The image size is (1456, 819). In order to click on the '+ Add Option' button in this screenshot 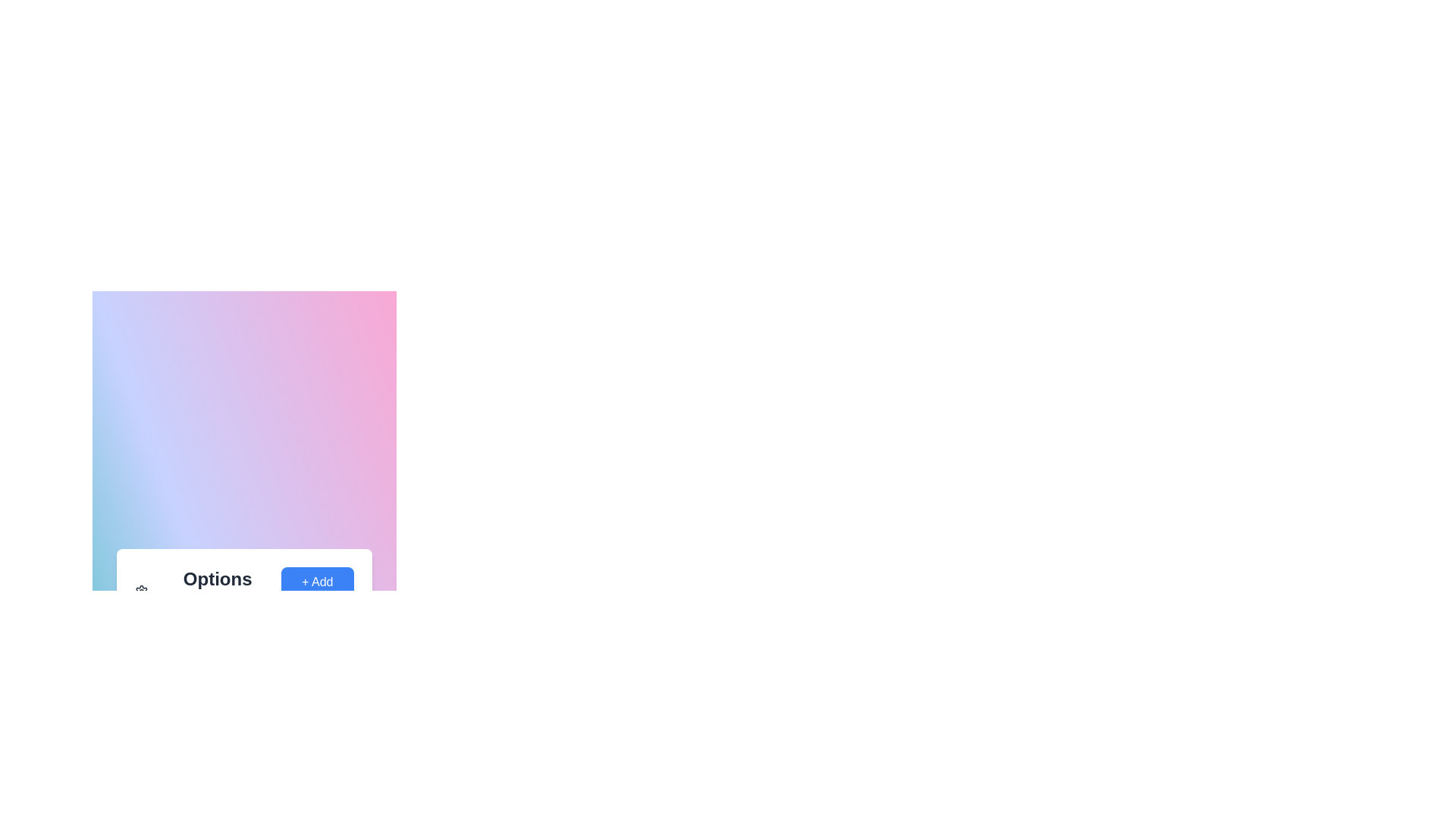, I will do `click(316, 590)`.